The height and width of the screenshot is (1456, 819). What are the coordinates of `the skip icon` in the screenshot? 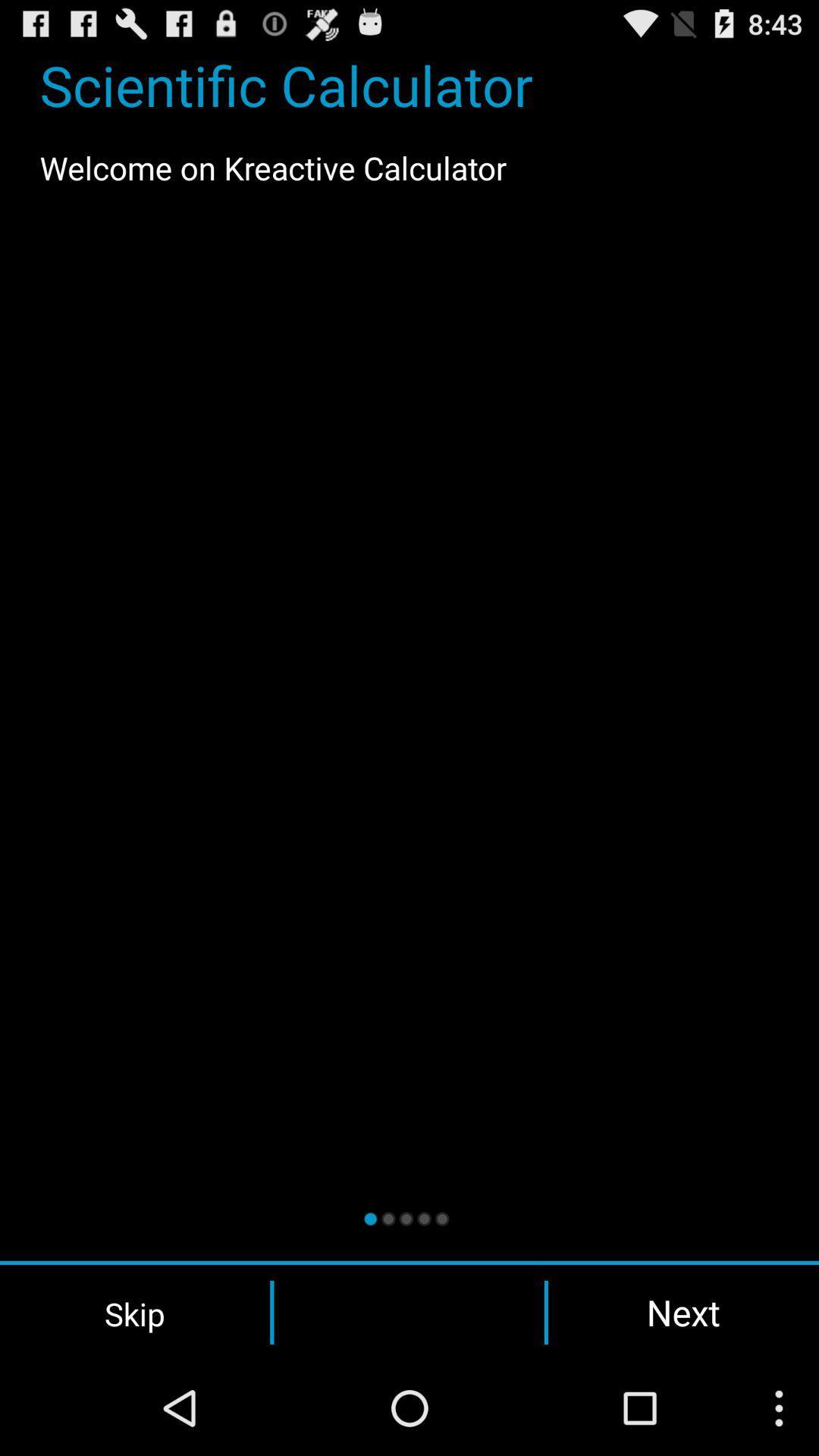 It's located at (134, 1312).